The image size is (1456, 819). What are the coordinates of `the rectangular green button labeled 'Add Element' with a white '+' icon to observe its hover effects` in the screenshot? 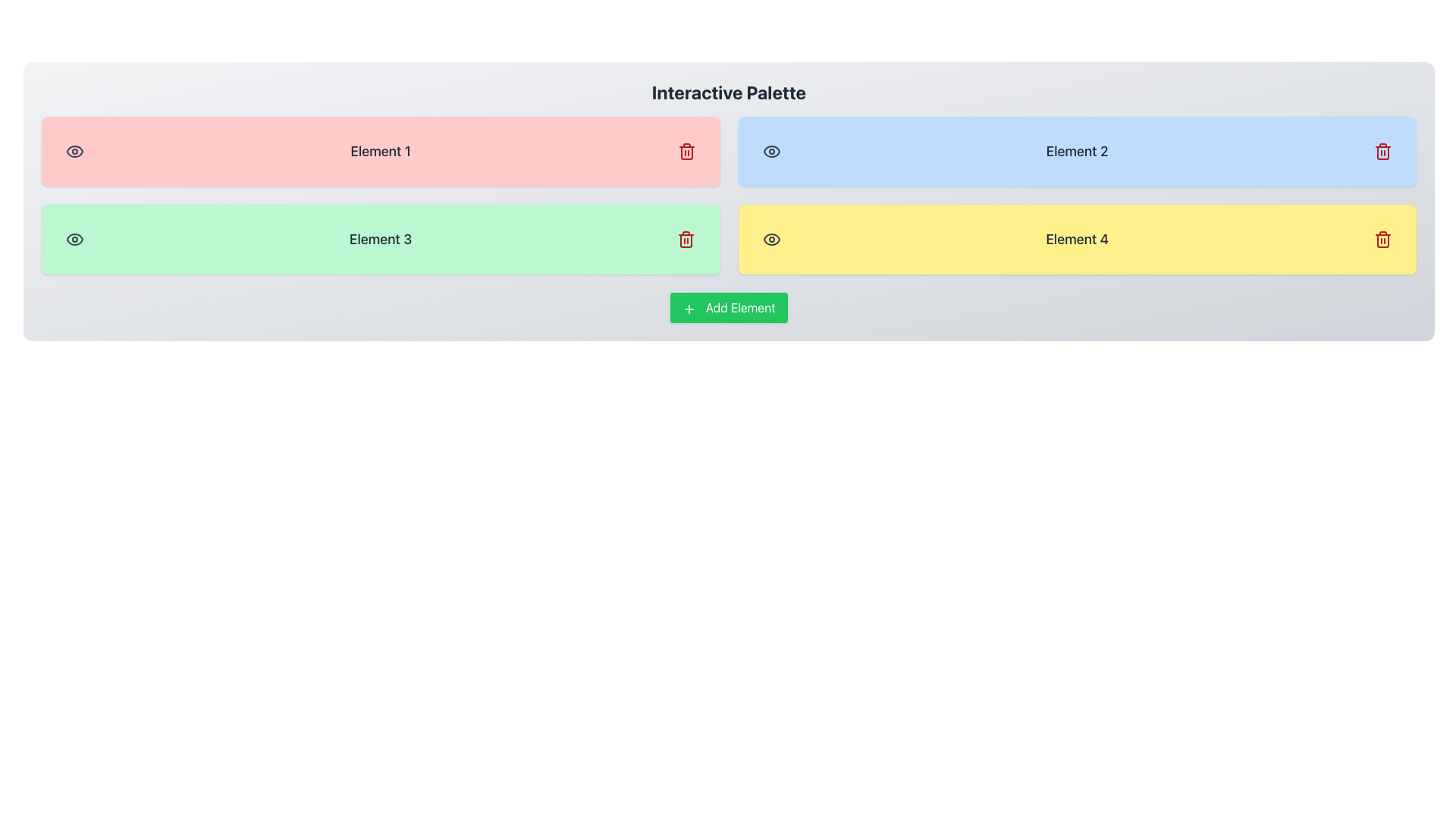 It's located at (729, 307).